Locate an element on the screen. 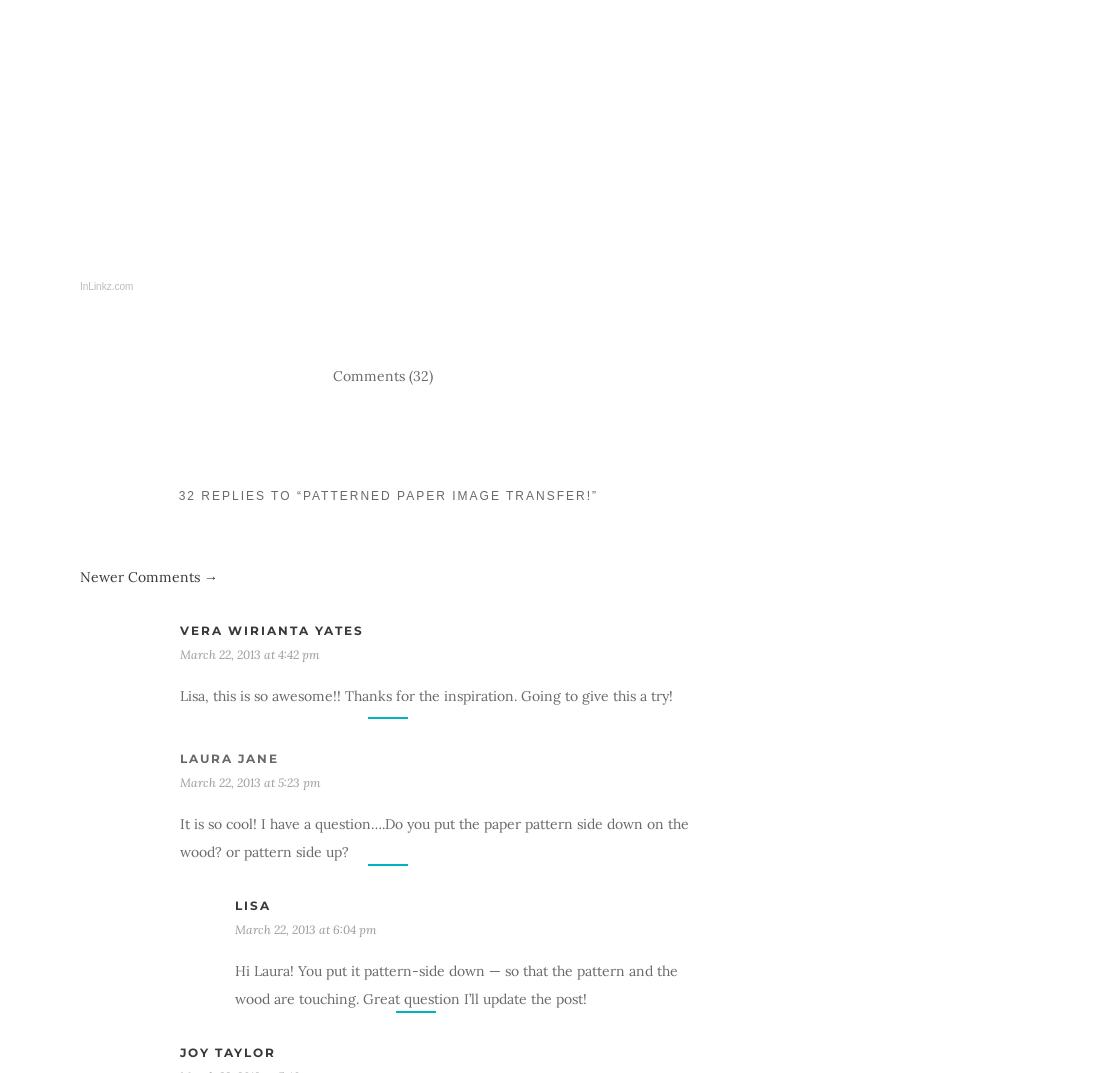 This screenshot has height=1073, width=1100. 'March 22, 2013 at 5:23 pm' is located at coordinates (250, 781).